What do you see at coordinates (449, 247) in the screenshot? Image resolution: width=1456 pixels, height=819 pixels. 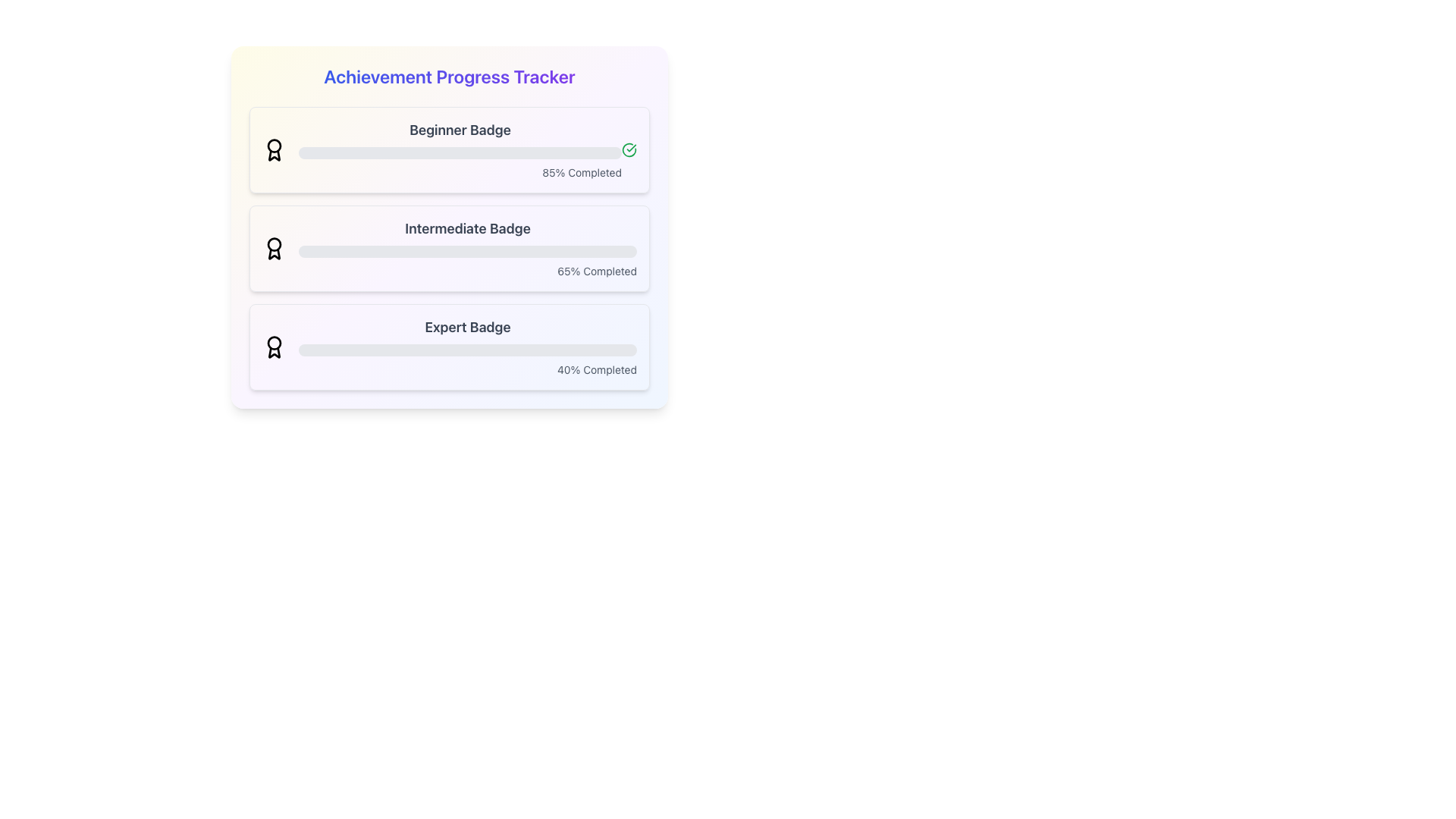 I see `the progress levels in the 'Achievement Progress Tracker' section, which displays badges with their respective progress bars and completion percentages` at bounding box center [449, 247].